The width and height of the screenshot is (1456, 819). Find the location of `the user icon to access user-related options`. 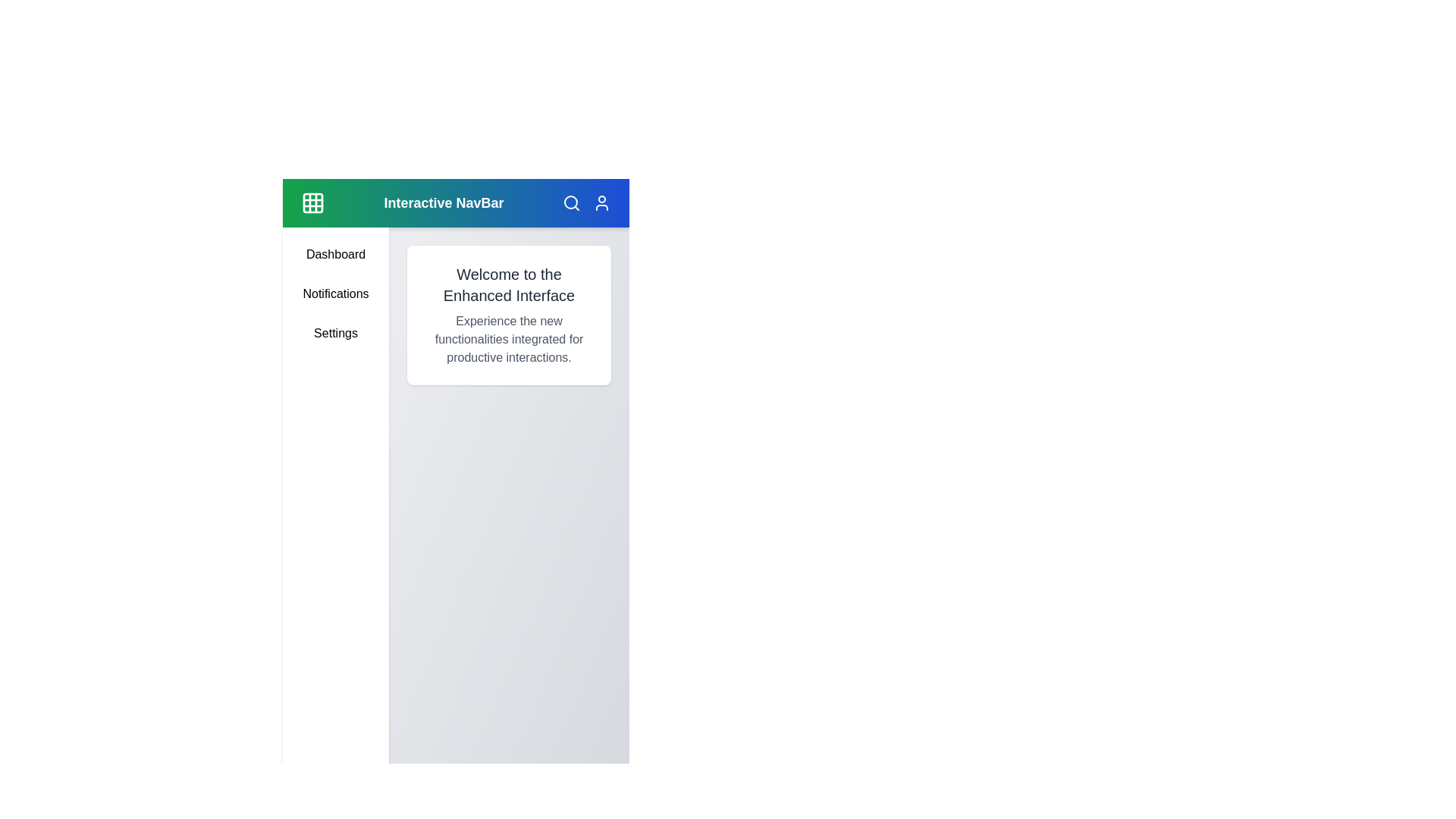

the user icon to access user-related options is located at coordinates (601, 202).